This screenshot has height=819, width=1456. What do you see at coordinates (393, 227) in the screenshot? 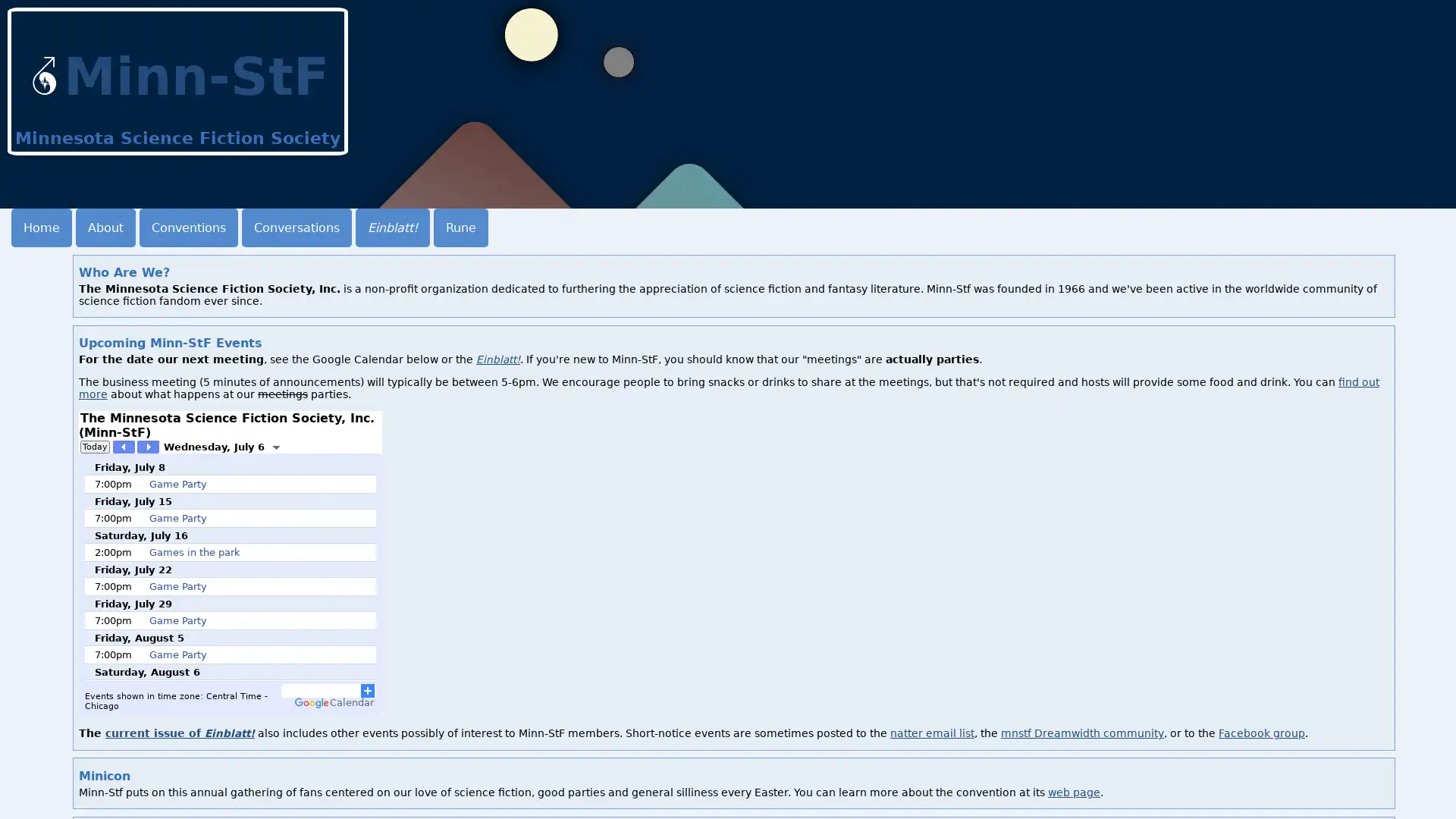
I see `Einblatt!` at bounding box center [393, 227].